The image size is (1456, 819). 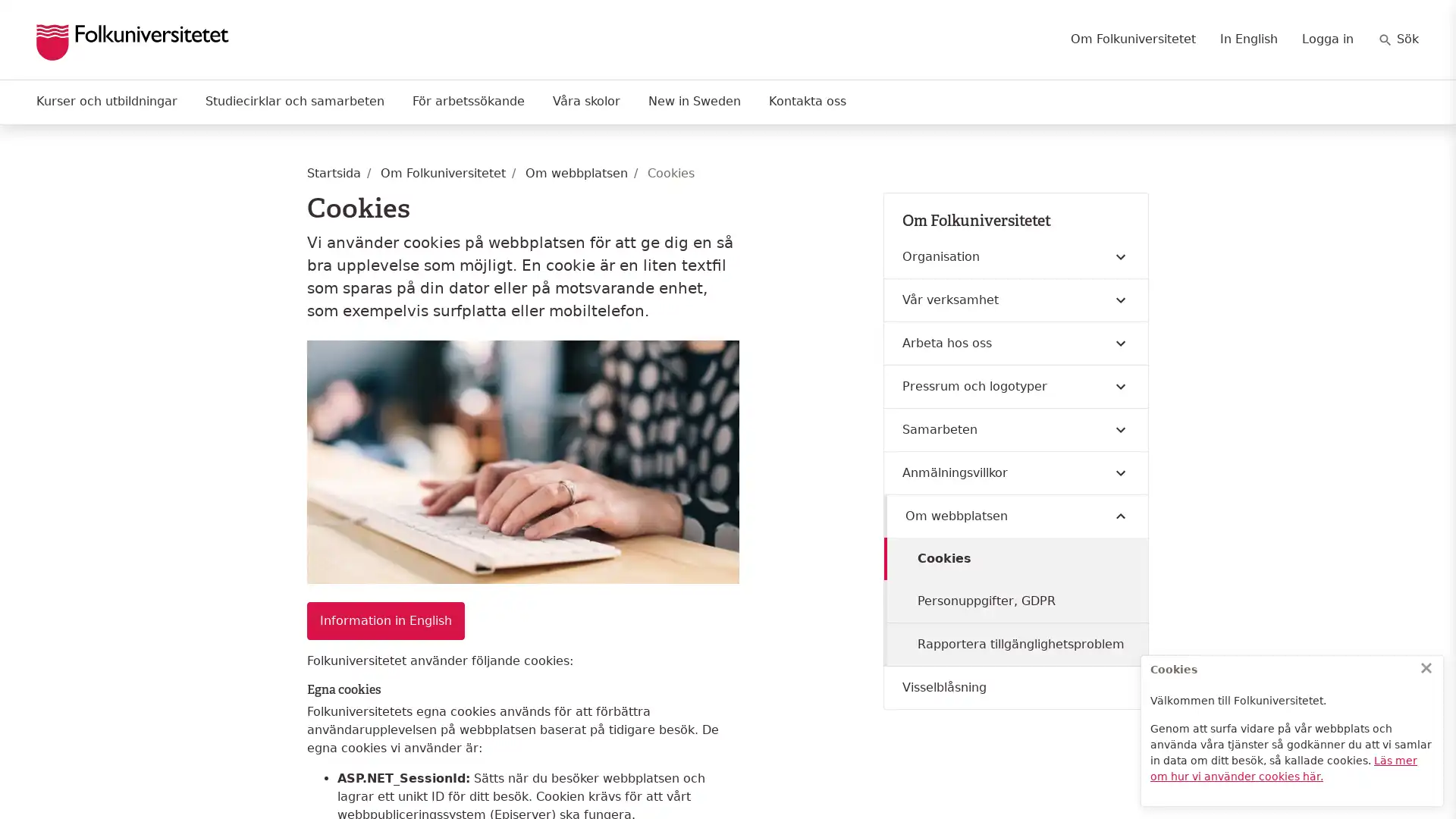 I want to click on Stang, so click(x=1426, y=667).